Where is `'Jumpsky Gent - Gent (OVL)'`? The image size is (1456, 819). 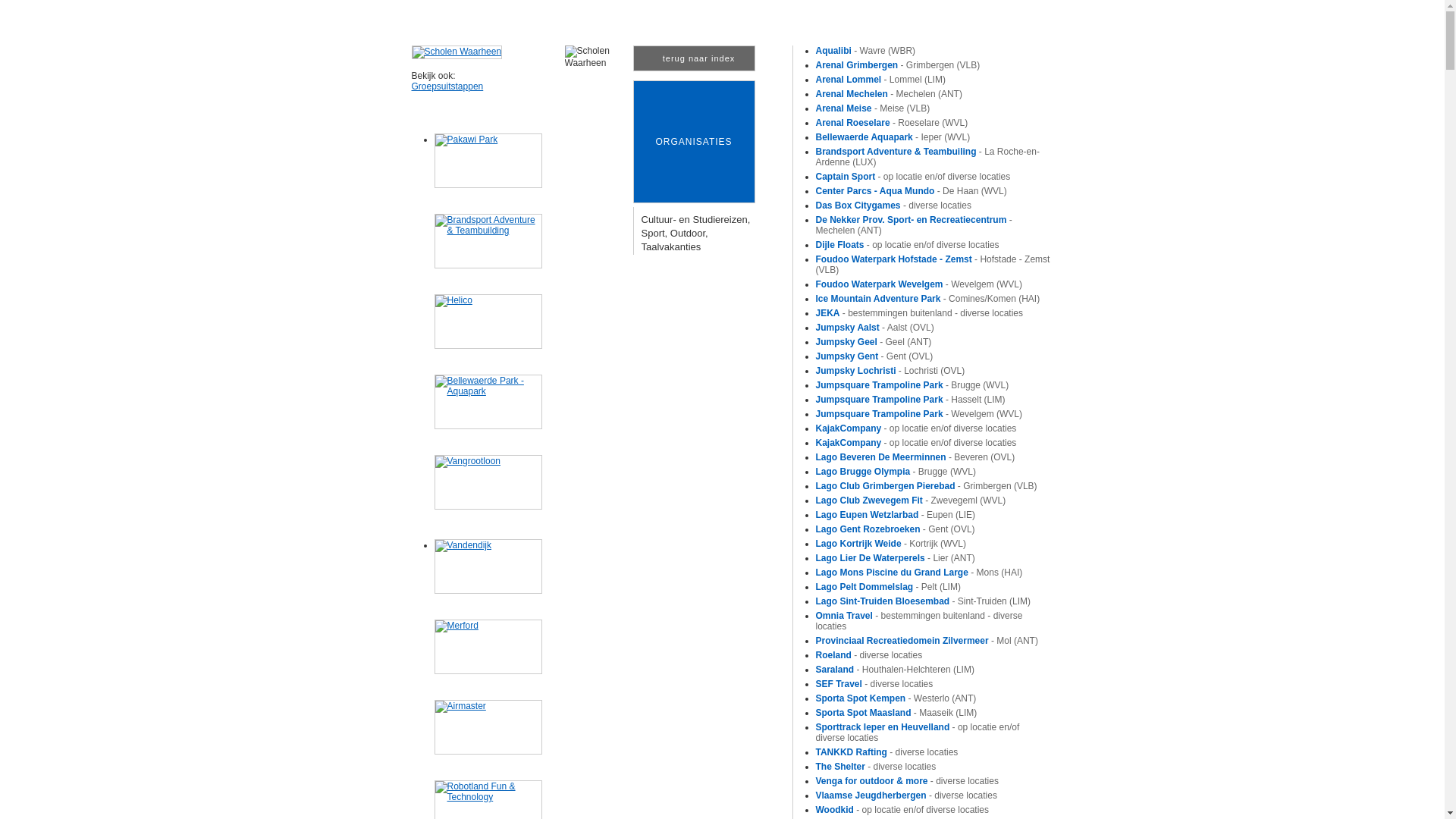
'Jumpsky Gent - Gent (OVL)' is located at coordinates (874, 356).